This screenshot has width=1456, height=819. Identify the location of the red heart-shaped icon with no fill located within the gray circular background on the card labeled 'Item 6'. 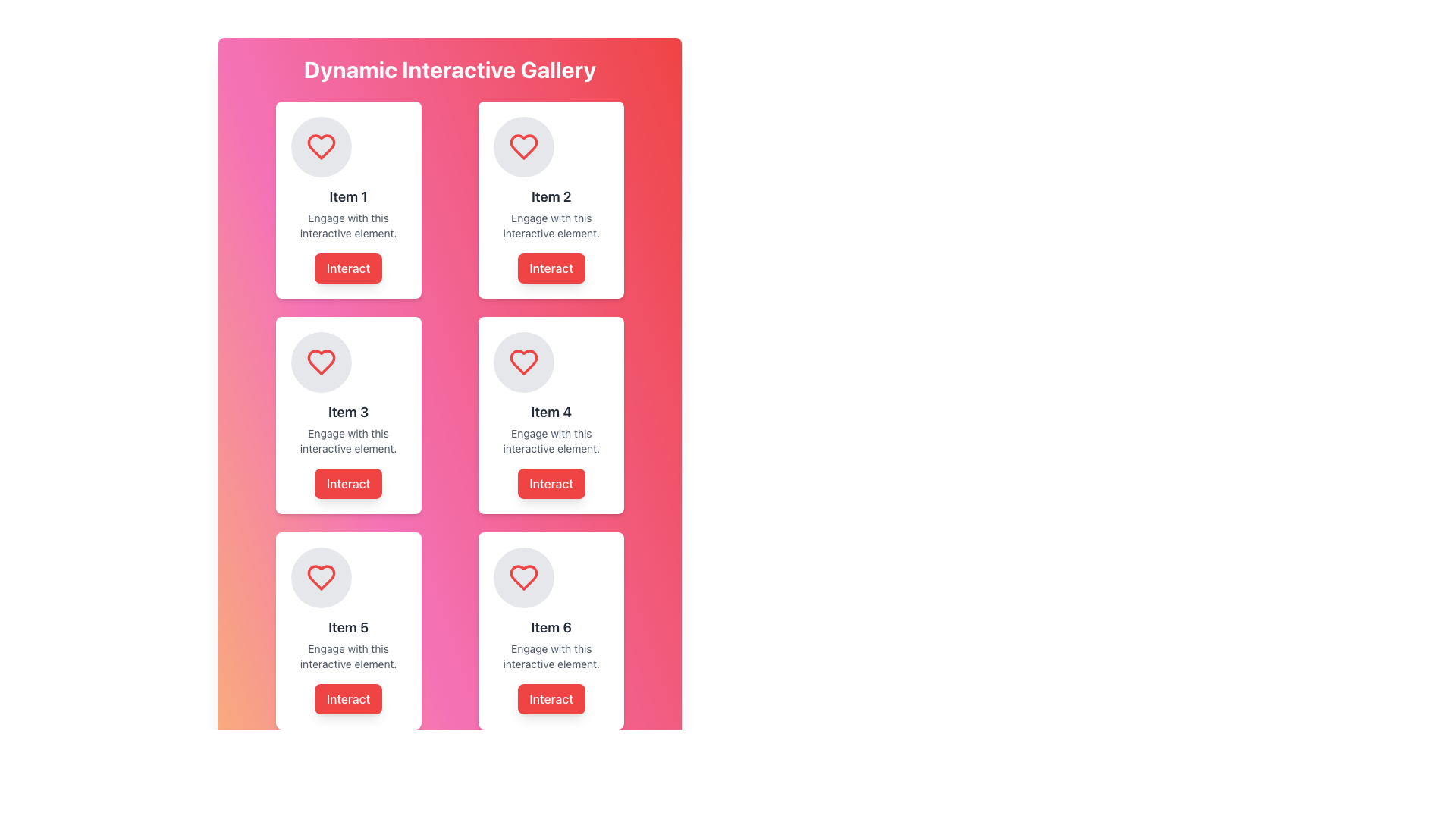
(320, 578).